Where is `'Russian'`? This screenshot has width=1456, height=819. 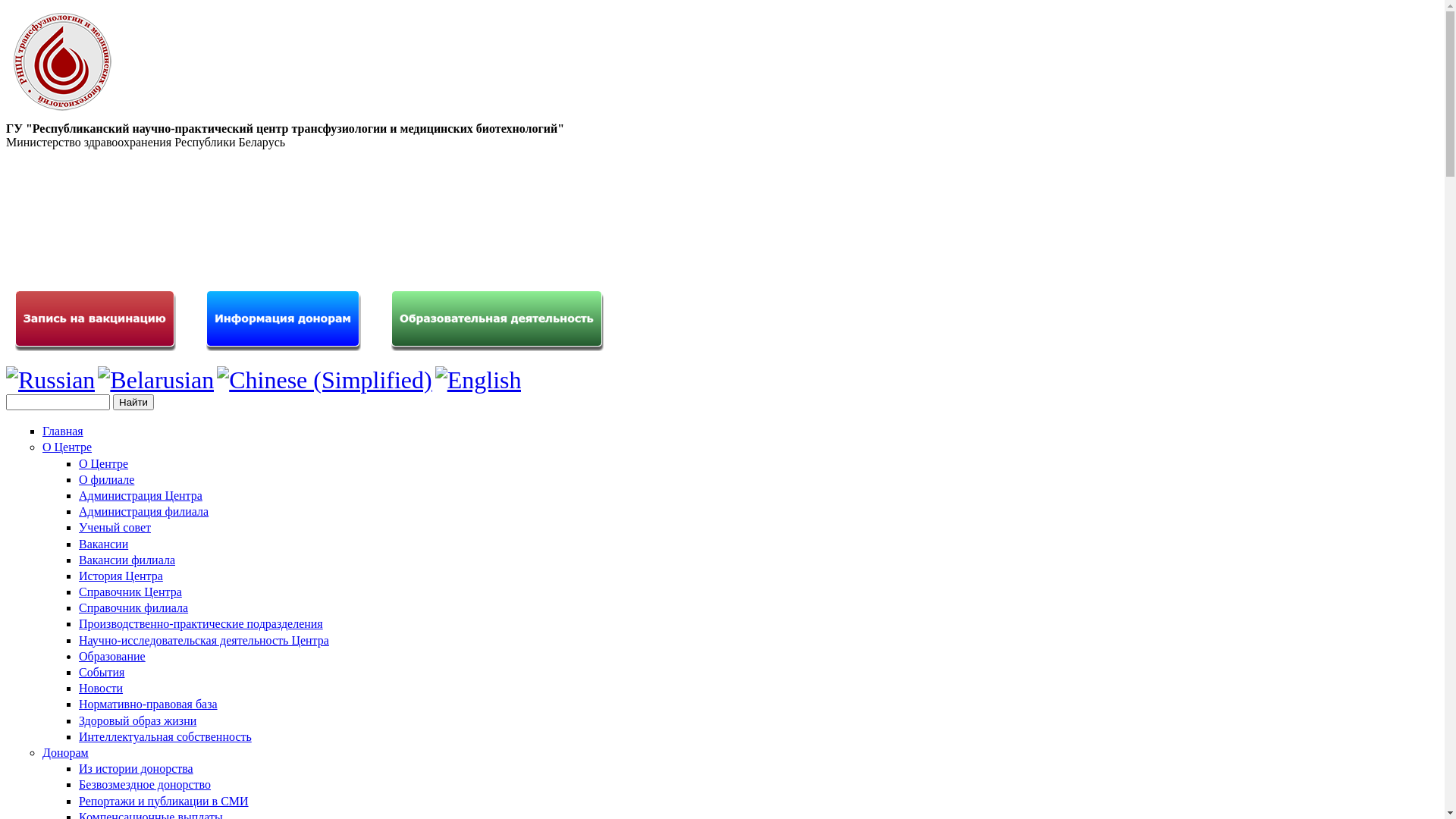 'Russian' is located at coordinates (6, 379).